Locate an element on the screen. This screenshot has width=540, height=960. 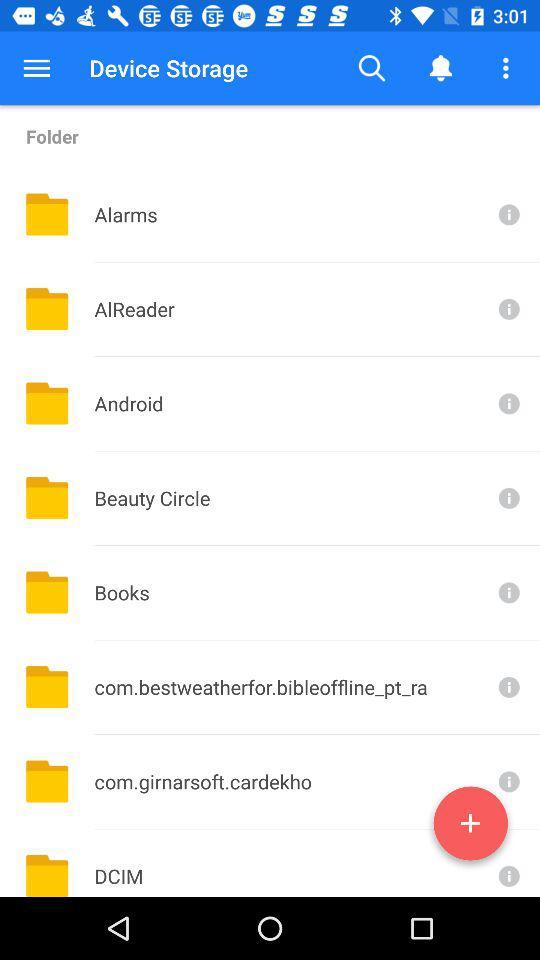
button for folder information is located at coordinates (507, 402).